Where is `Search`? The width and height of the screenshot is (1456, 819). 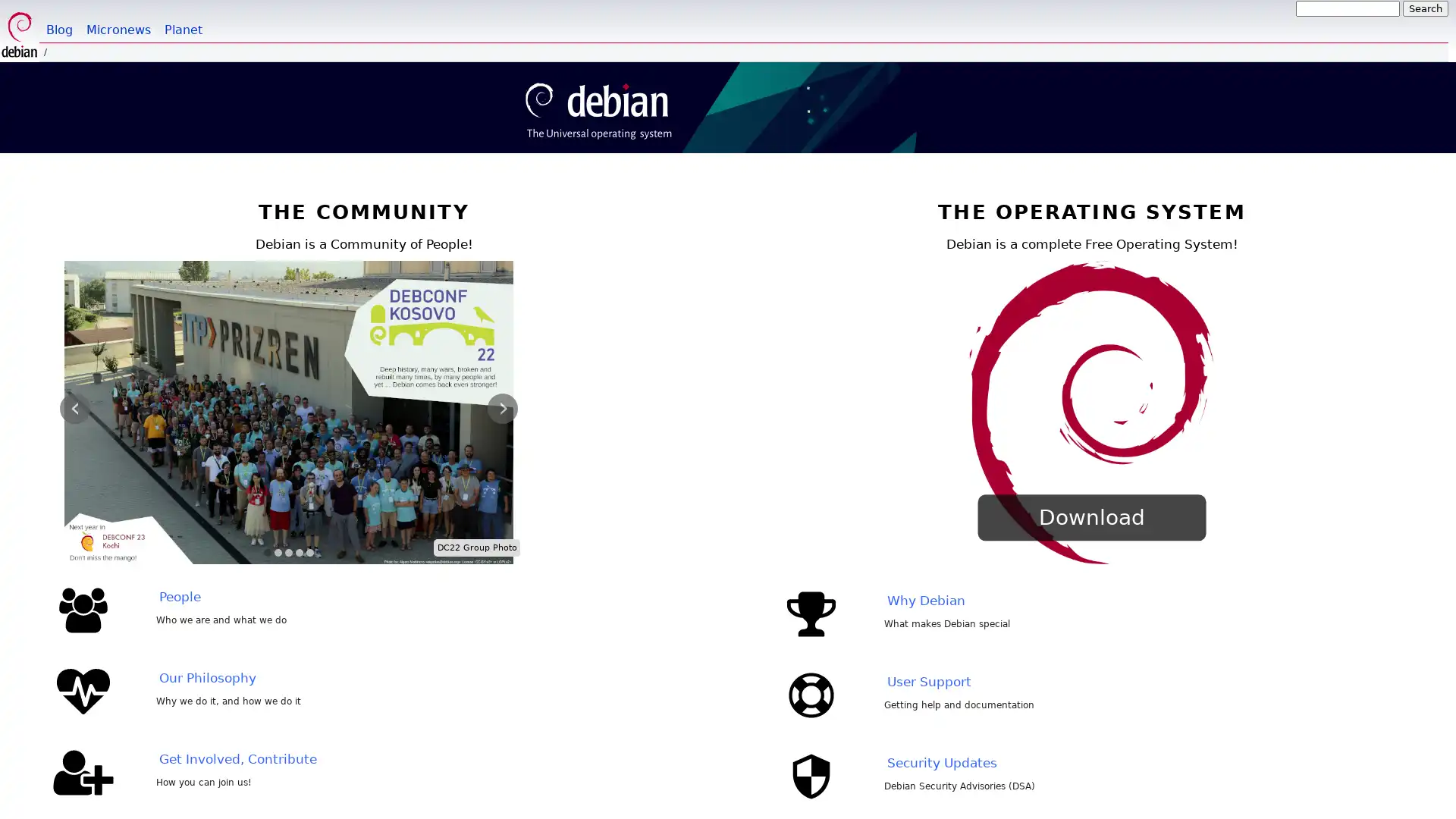 Search is located at coordinates (1425, 8).